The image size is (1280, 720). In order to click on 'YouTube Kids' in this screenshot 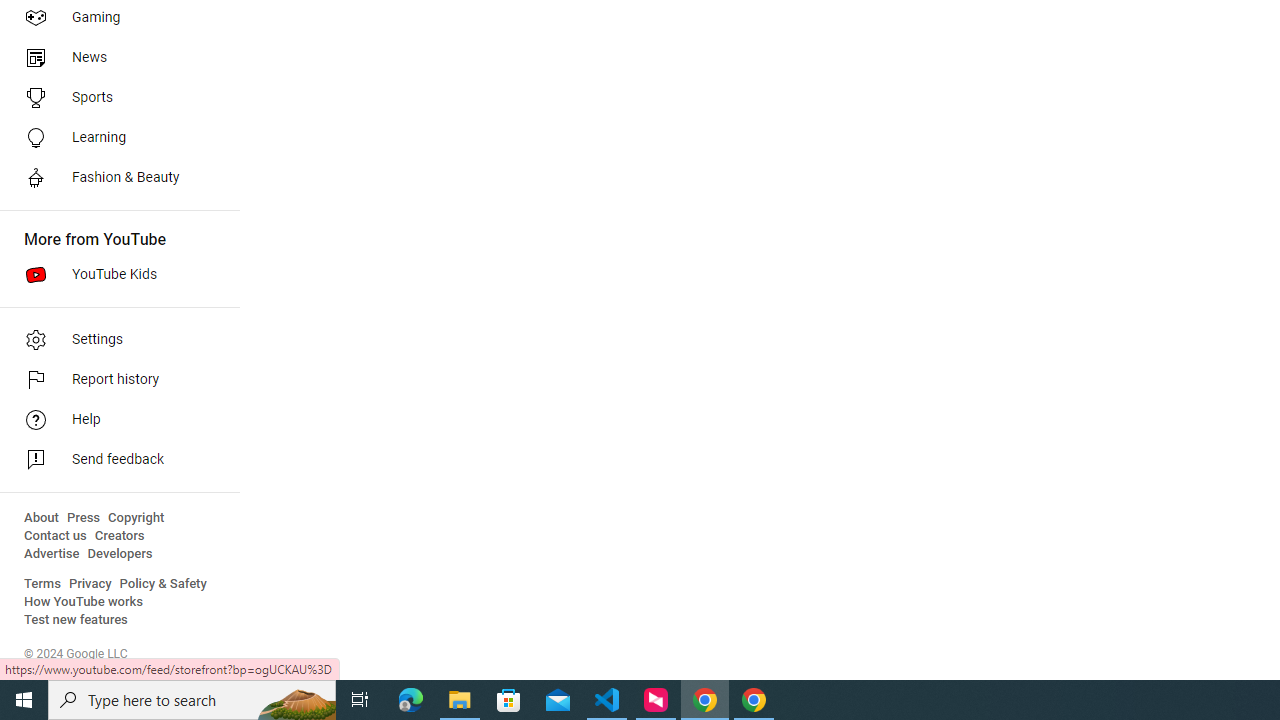, I will do `click(112, 275)`.